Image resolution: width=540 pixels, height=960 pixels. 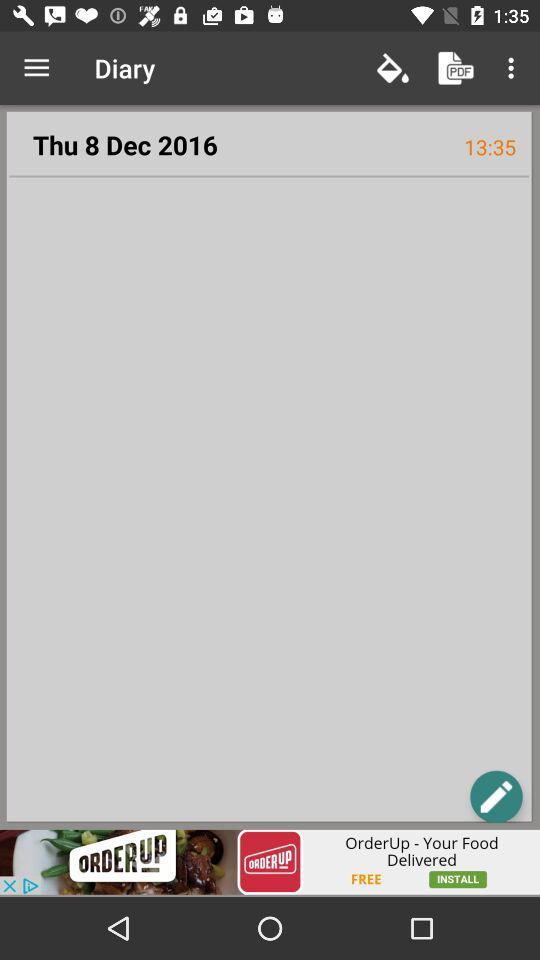 What do you see at coordinates (495, 796) in the screenshot?
I see `open new note` at bounding box center [495, 796].